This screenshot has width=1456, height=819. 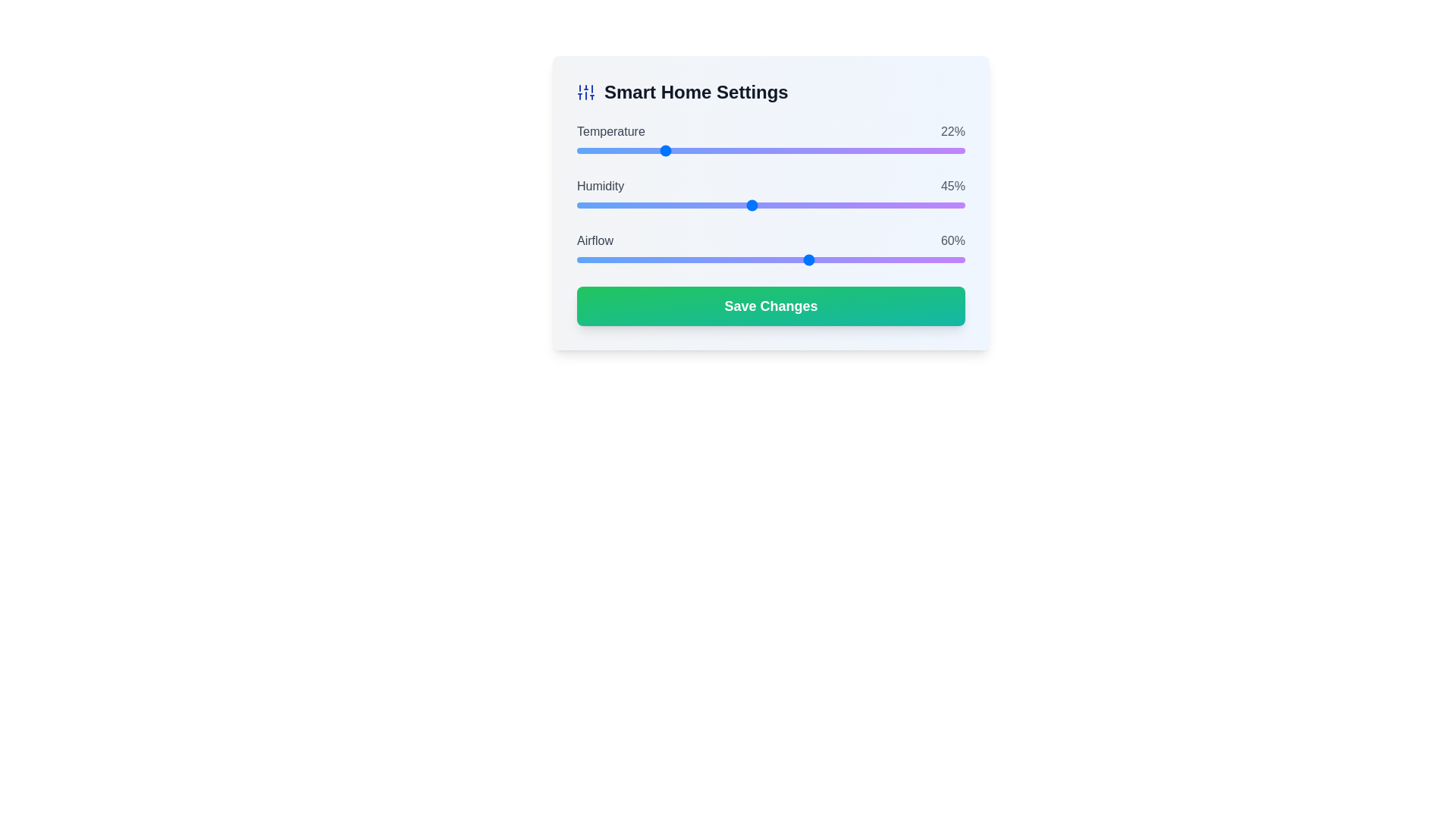 I want to click on the humidity level, so click(x=956, y=205).